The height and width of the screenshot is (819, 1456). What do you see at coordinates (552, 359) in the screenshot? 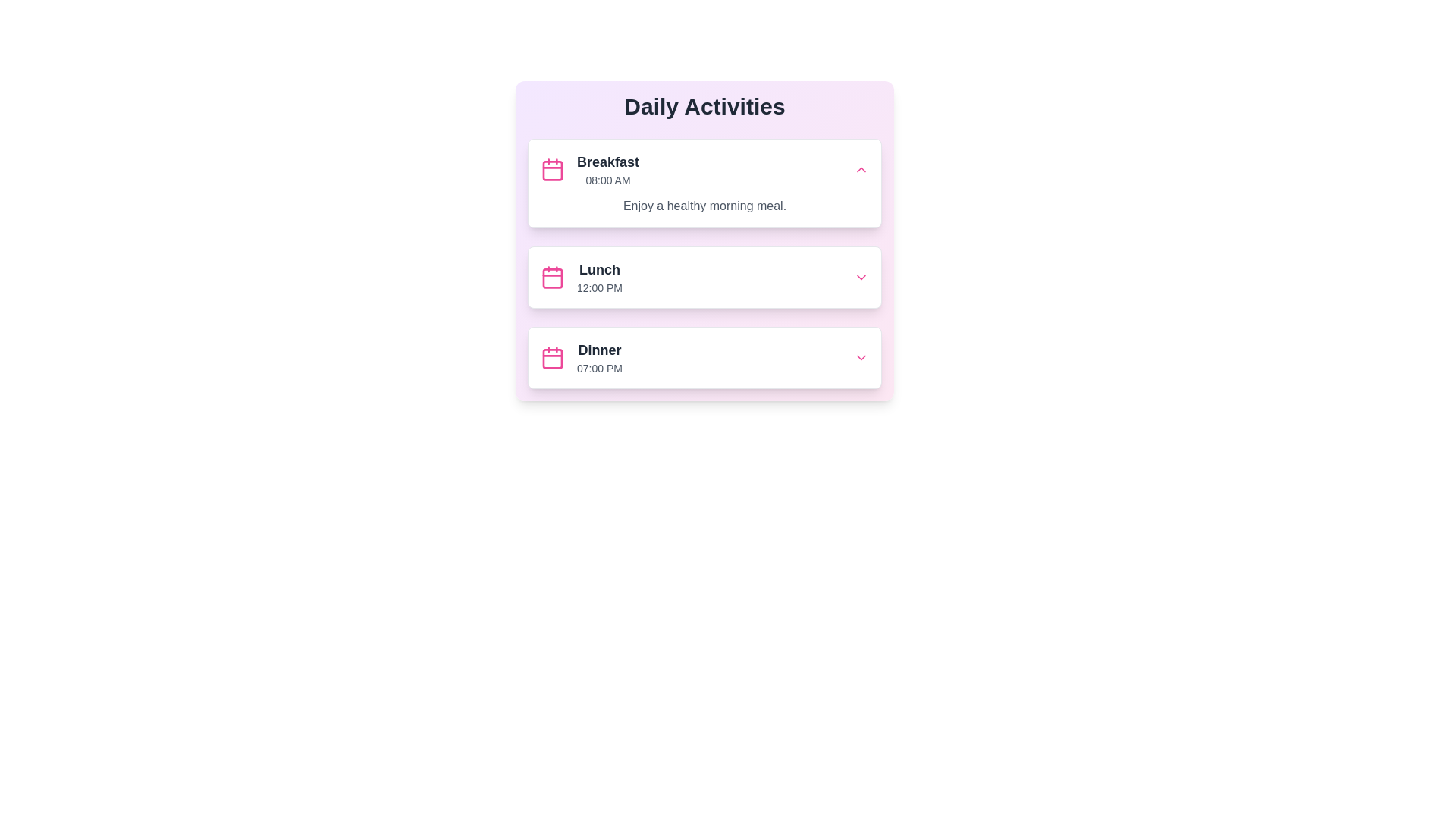
I see `the central rectangular decorative graphic element with a pink outline inside the calendar-themed icon associated with the 'Dinner' row` at bounding box center [552, 359].